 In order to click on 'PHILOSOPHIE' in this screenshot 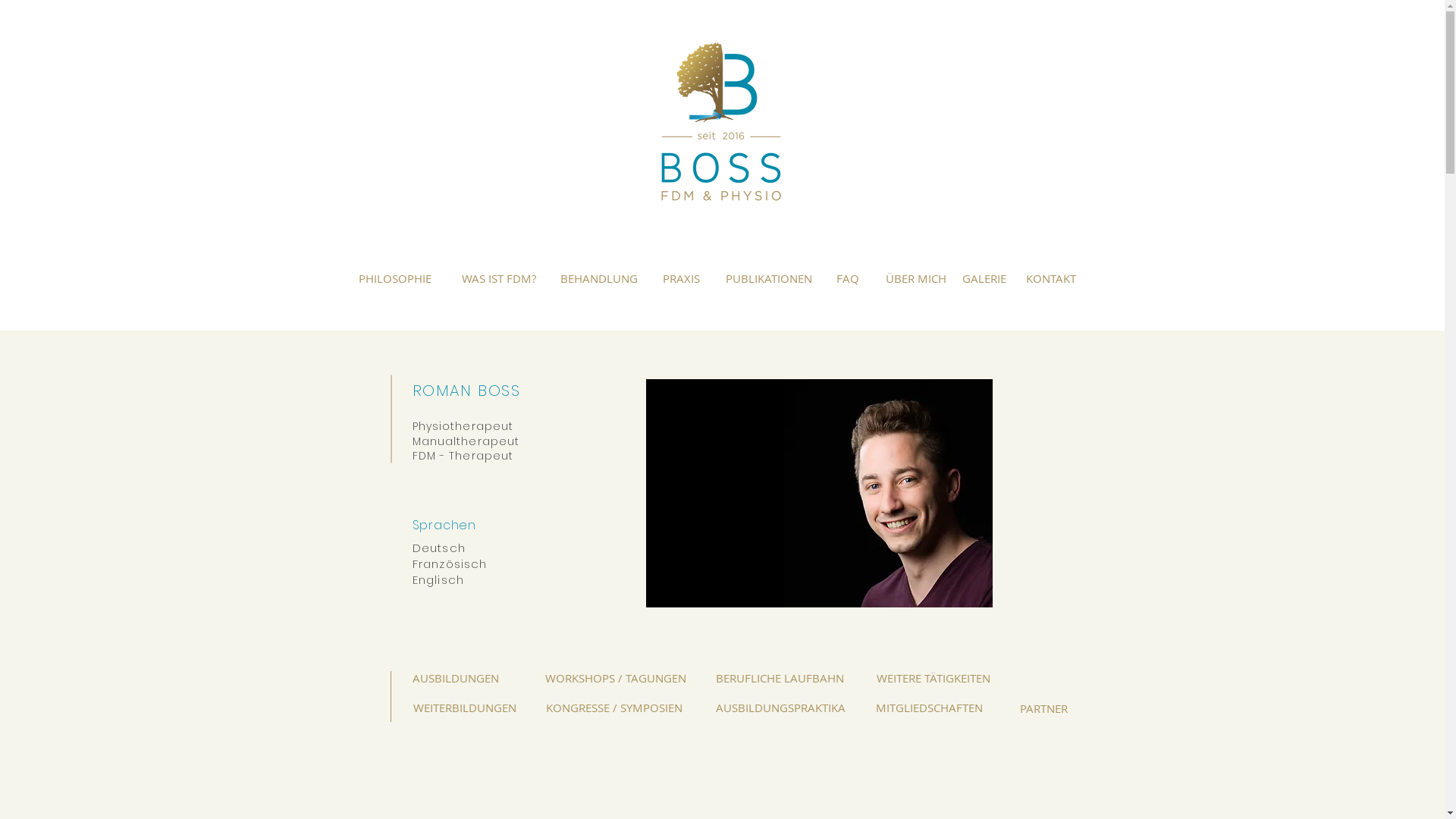, I will do `click(394, 278)`.